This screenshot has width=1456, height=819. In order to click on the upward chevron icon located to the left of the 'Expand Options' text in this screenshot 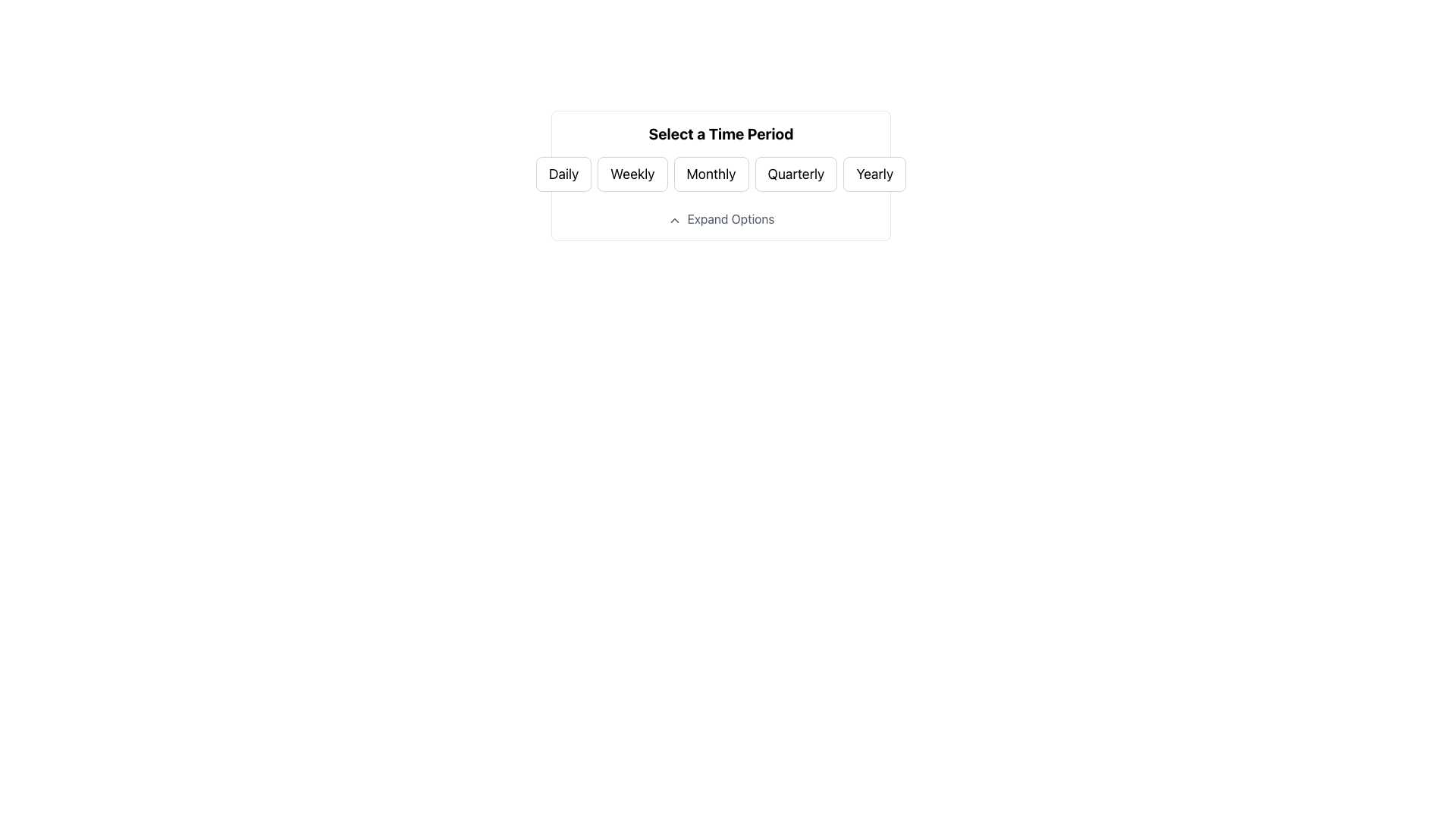, I will do `click(673, 220)`.